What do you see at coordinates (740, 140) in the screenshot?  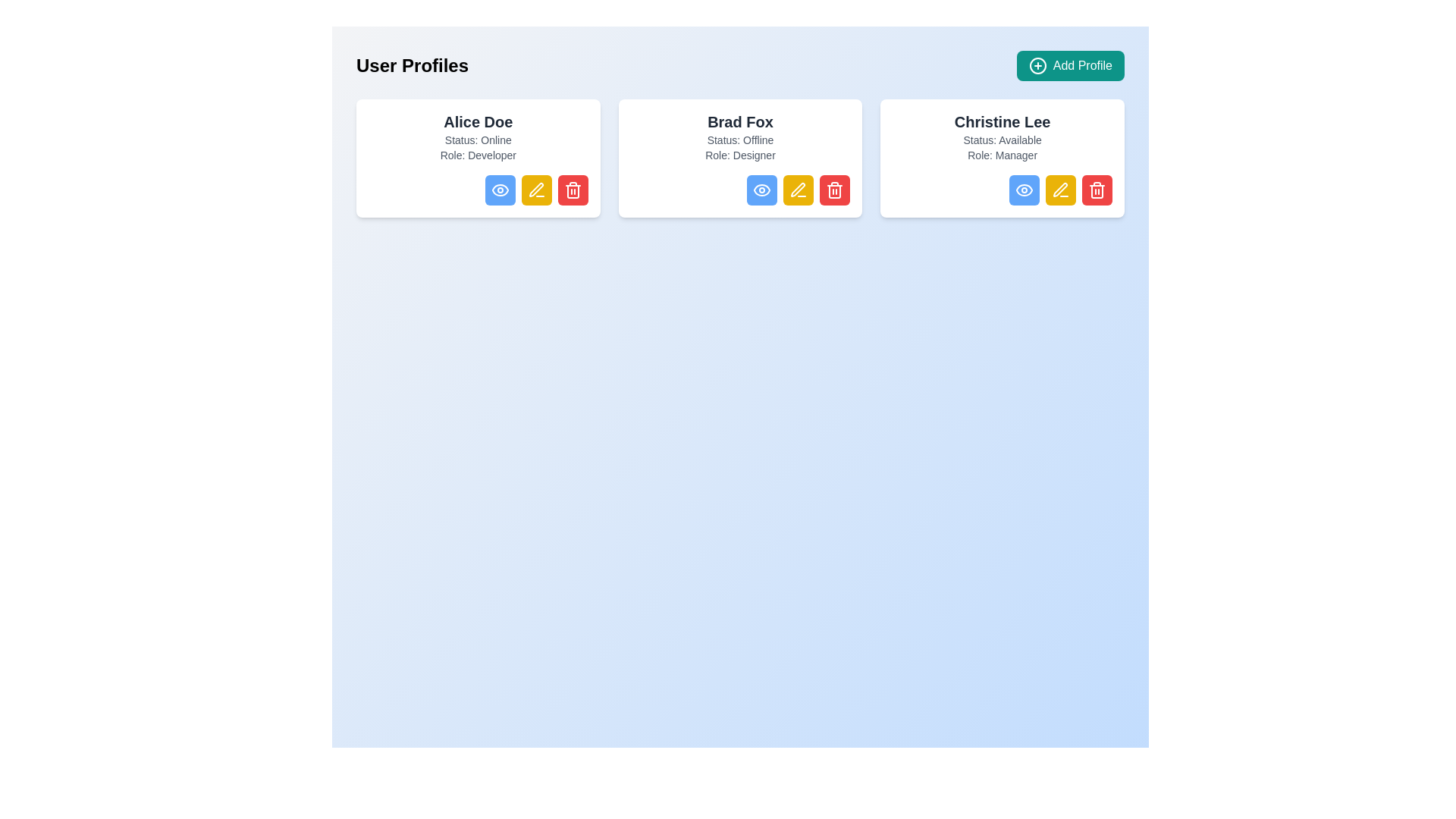 I see `the text label indicating the current status of the user in the second profile card for 'Brad Fox', positioned between the user's name and their role` at bounding box center [740, 140].